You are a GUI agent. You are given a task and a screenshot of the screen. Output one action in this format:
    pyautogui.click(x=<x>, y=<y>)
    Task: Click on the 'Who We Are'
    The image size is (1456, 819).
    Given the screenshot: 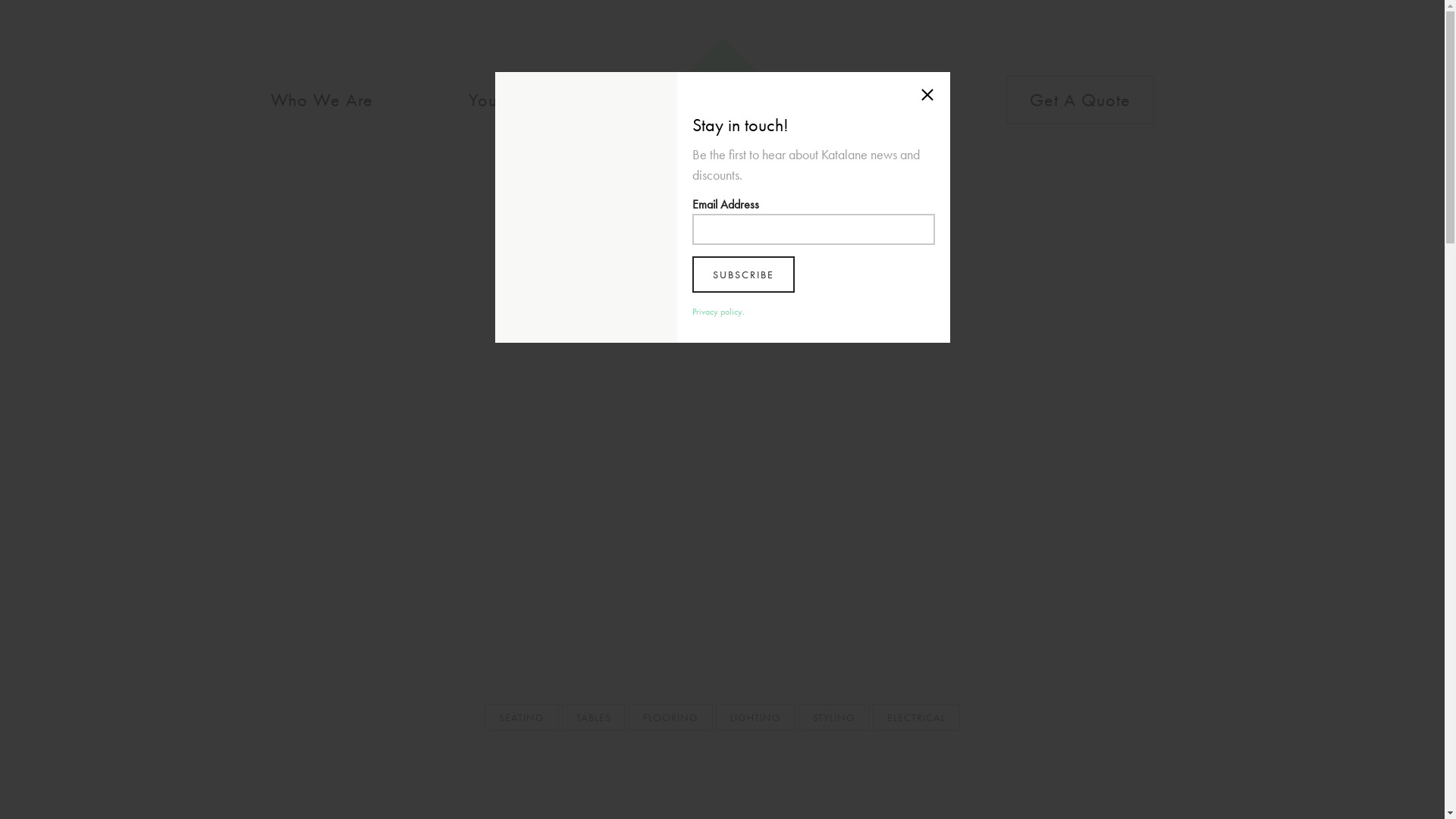 What is the action you would take?
    pyautogui.click(x=247, y=99)
    